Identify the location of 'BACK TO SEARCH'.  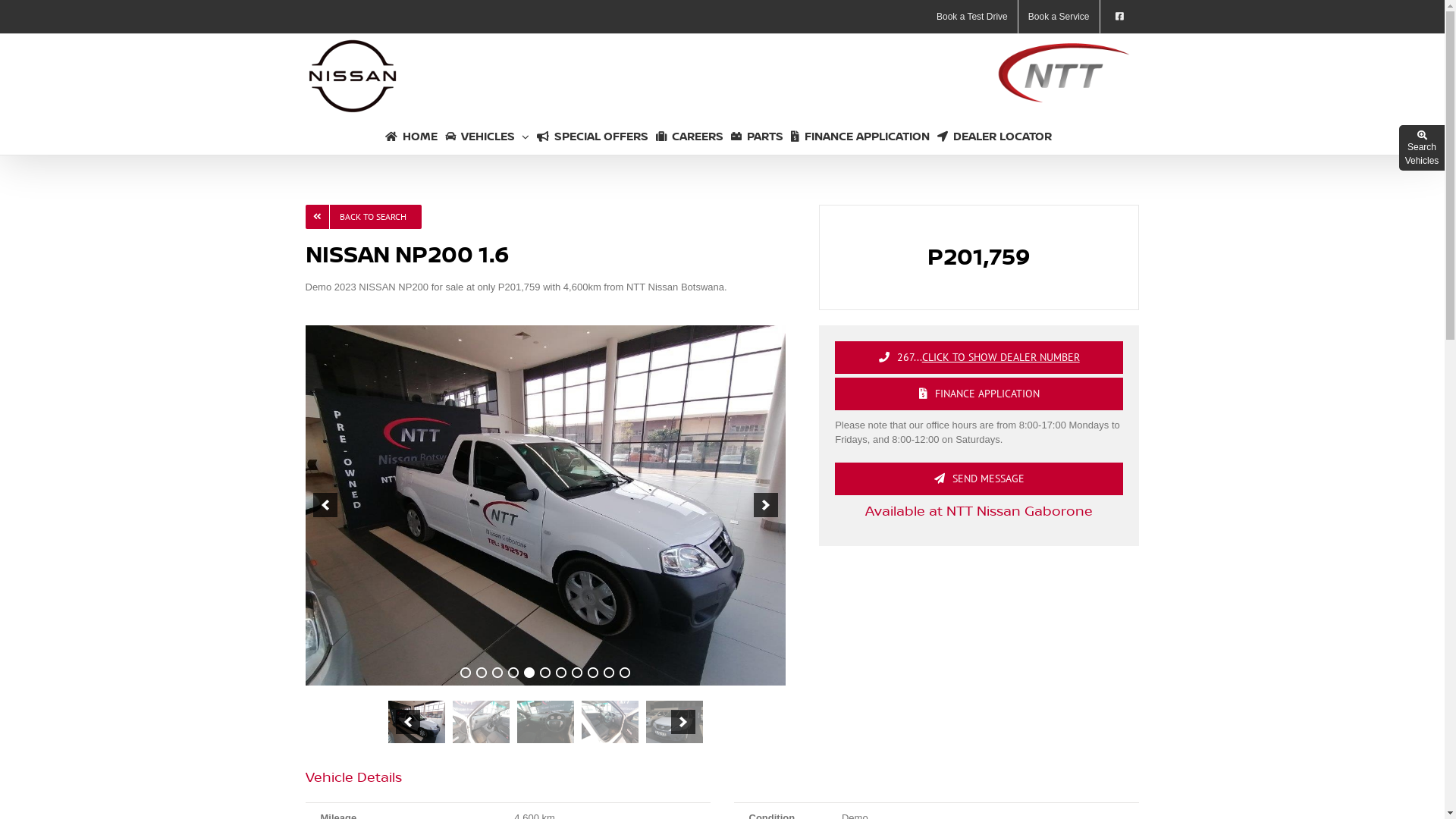
(362, 216).